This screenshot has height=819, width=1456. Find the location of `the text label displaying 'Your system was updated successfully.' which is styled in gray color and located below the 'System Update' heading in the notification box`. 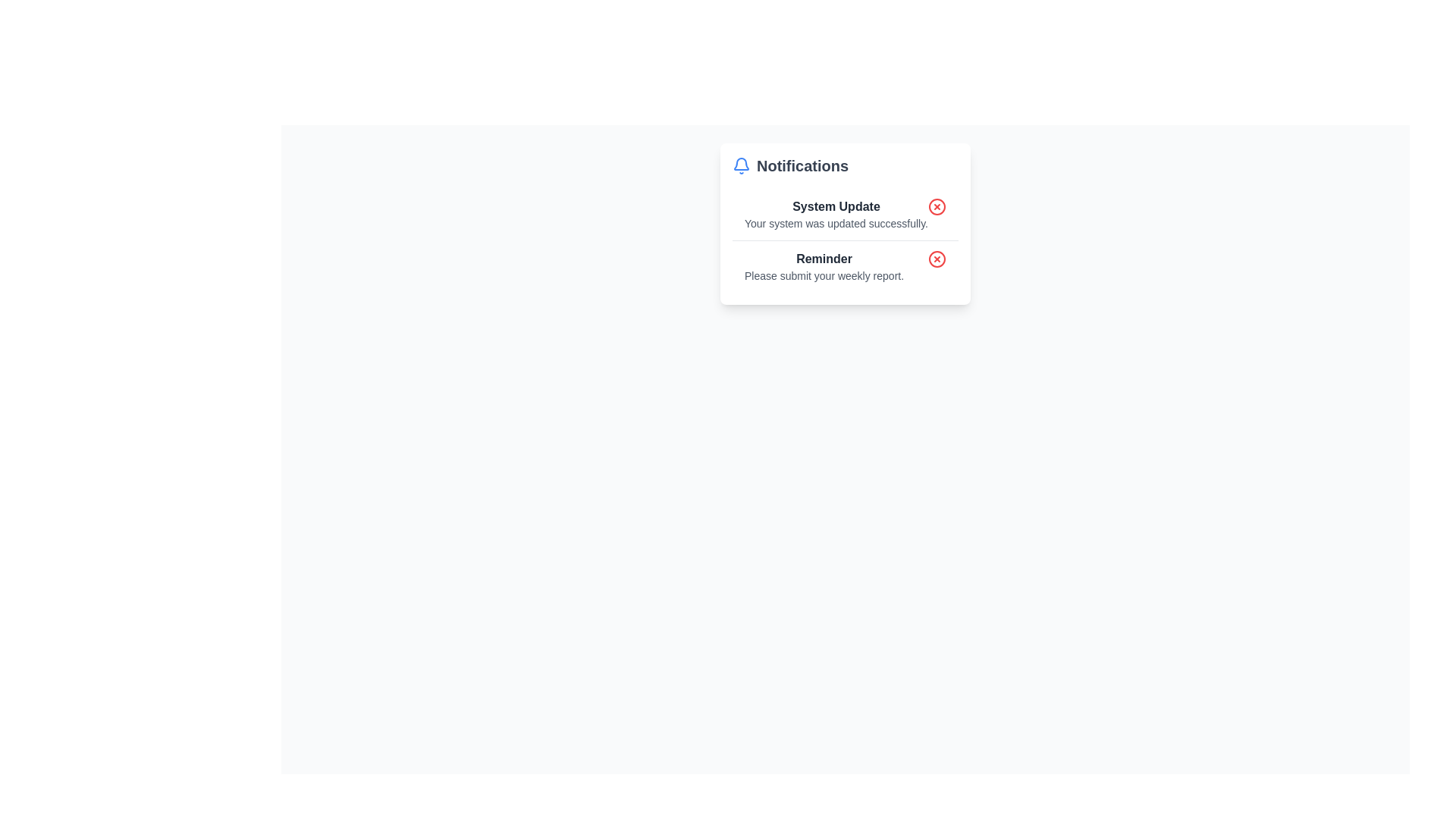

the text label displaying 'Your system was updated successfully.' which is styled in gray color and located below the 'System Update' heading in the notification box is located at coordinates (836, 223).